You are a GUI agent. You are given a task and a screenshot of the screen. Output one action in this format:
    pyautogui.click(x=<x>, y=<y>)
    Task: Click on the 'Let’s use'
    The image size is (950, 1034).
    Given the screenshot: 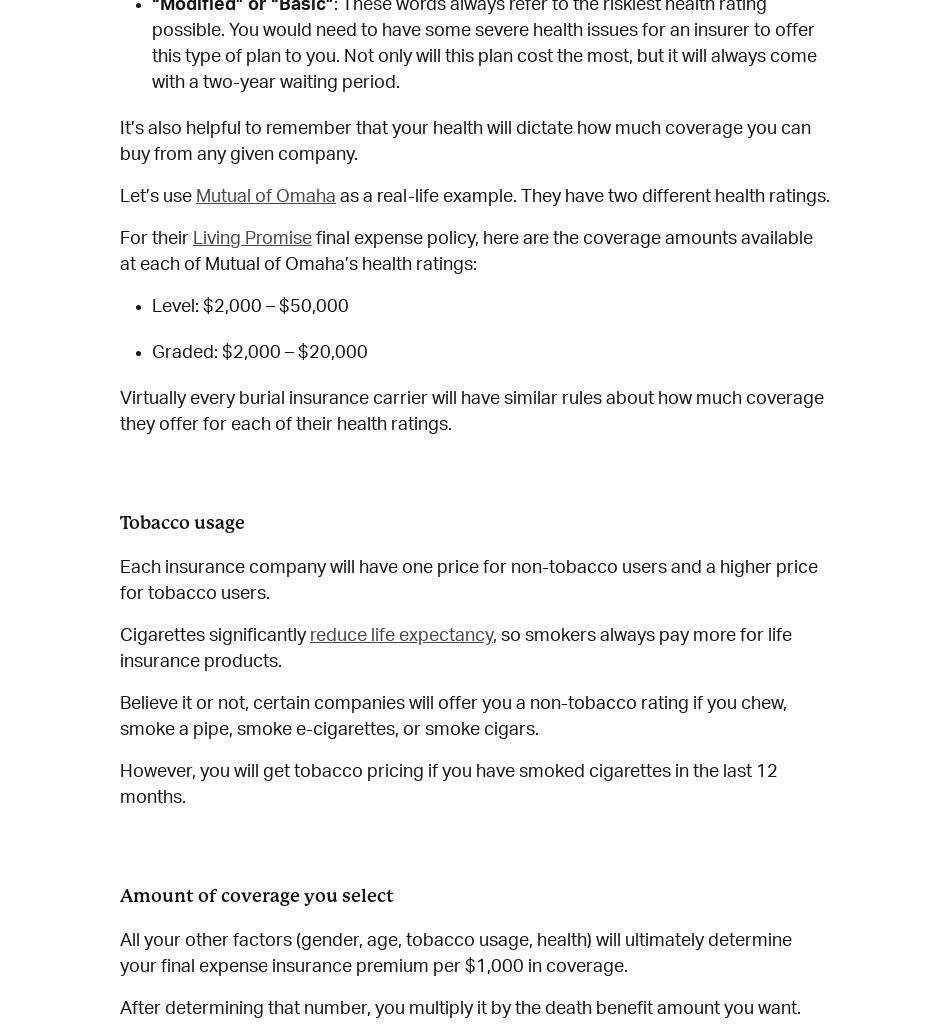 What is the action you would take?
    pyautogui.click(x=119, y=196)
    